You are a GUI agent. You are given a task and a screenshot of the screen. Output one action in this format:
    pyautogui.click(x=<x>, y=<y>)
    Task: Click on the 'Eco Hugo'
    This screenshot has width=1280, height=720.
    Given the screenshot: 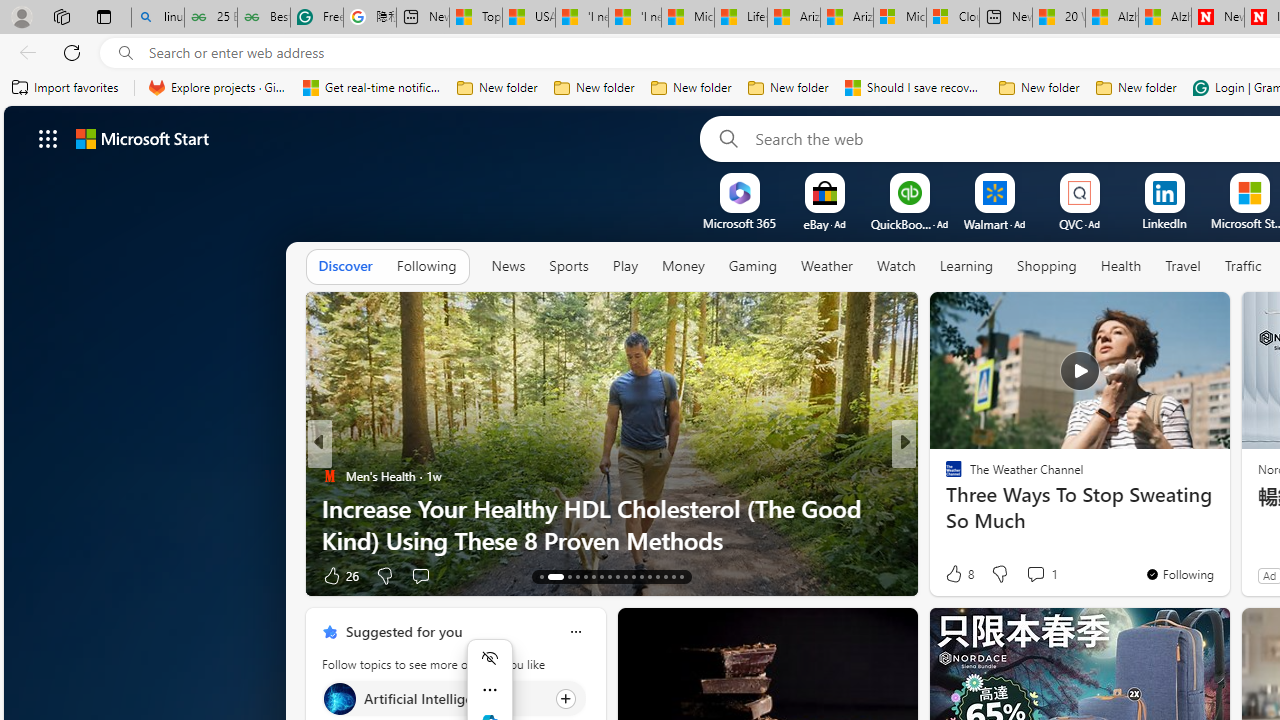 What is the action you would take?
    pyautogui.click(x=944, y=475)
    